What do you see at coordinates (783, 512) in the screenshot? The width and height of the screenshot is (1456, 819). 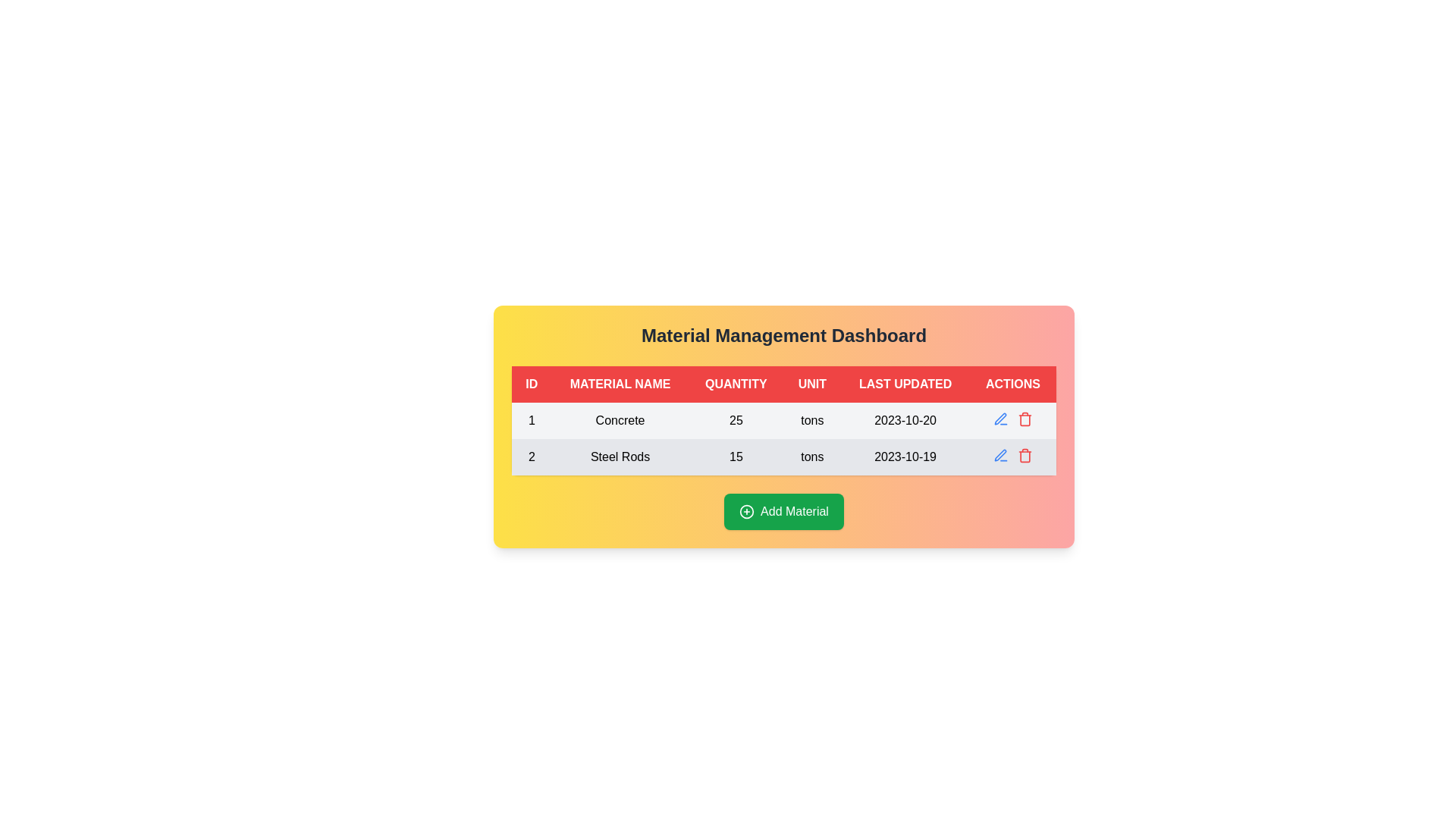 I see `the button located below the material list table in the material management dashboard` at bounding box center [783, 512].